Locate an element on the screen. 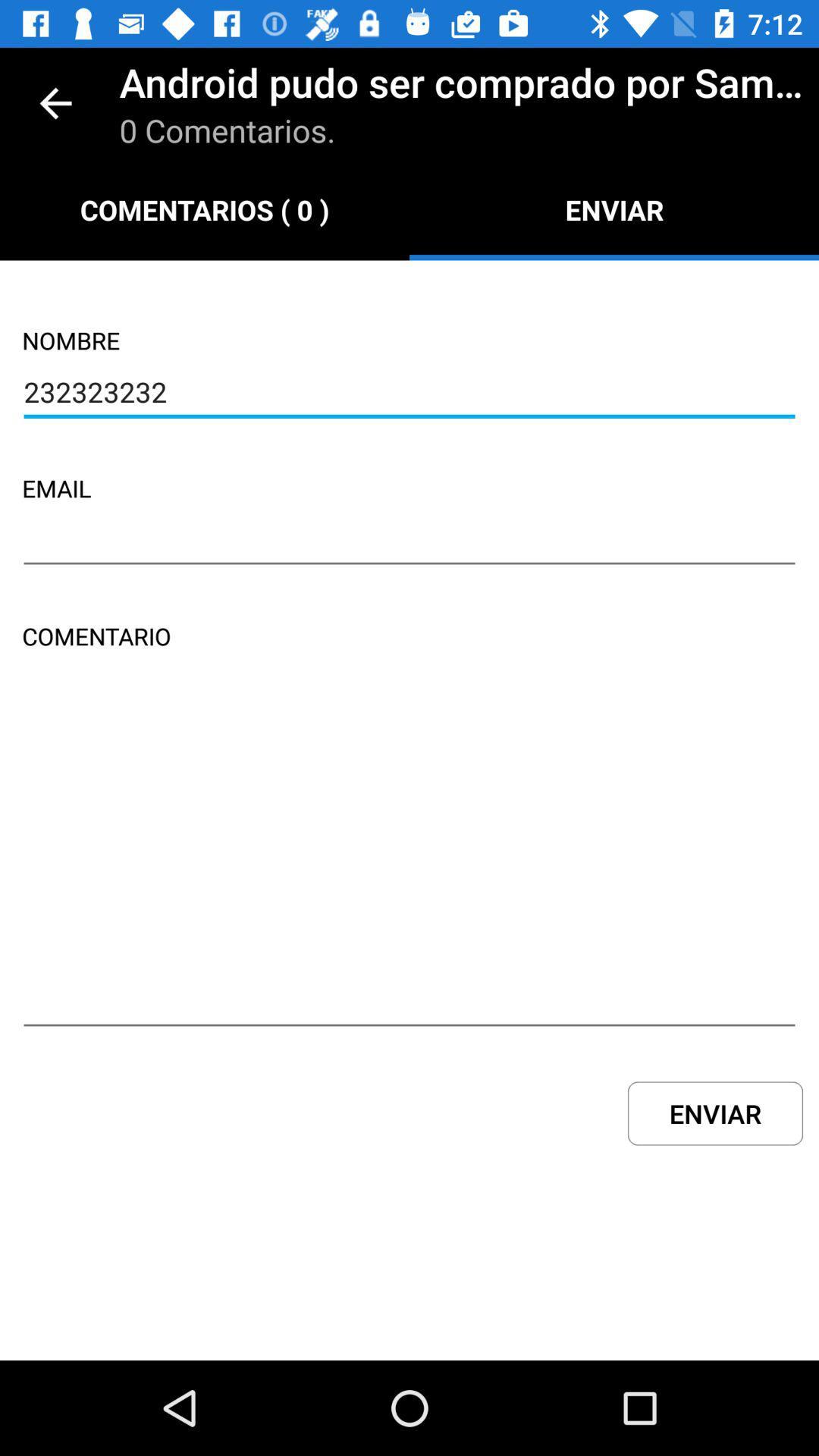 This screenshot has width=819, height=1456. item below email is located at coordinates (409, 542).